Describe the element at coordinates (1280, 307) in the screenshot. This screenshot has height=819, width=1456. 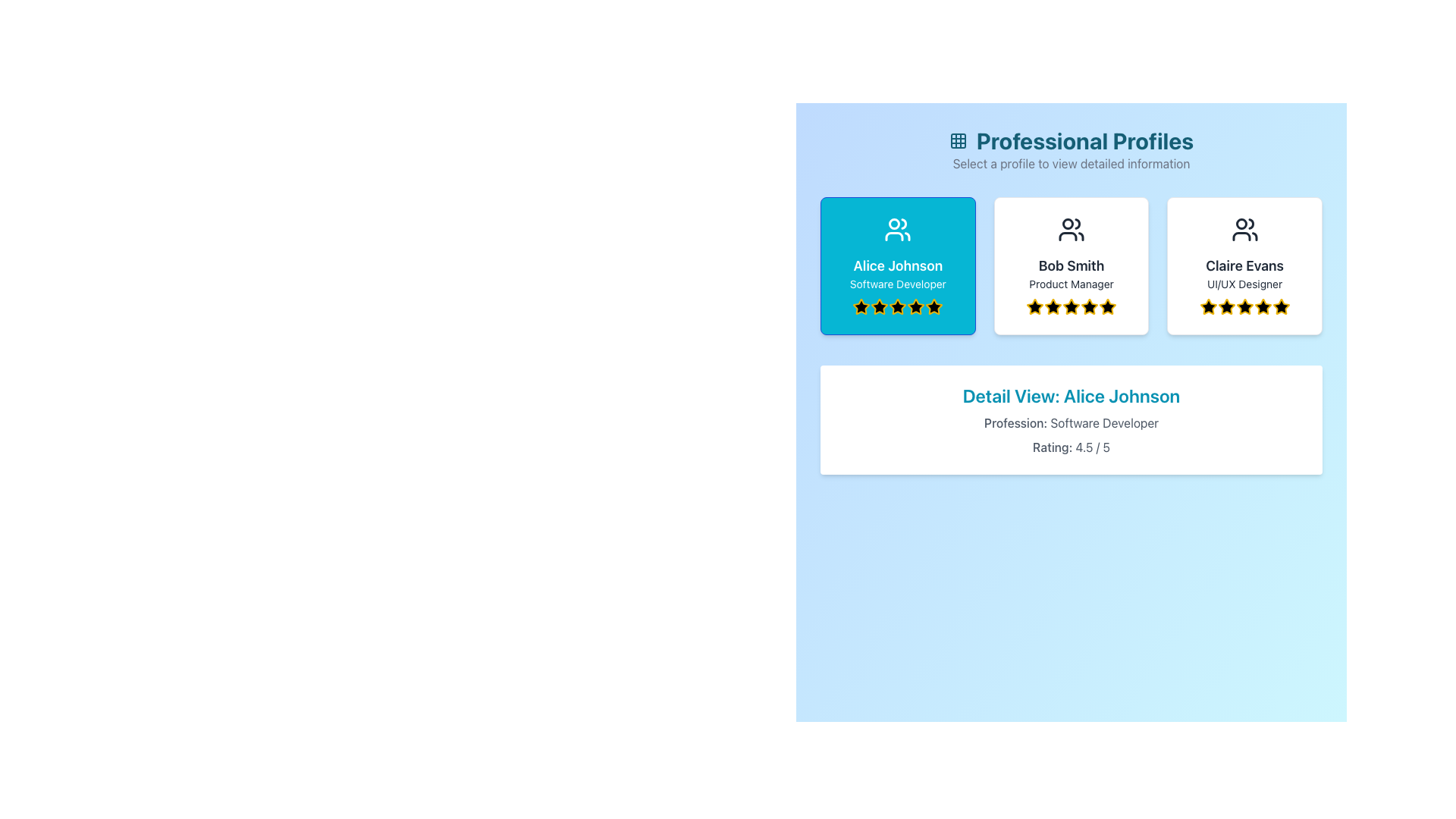
I see `the fifth star icon filled with yellow and outlined in black, used for rating below the profile labeled 'Claire Evans - UI/UX Designer'` at that location.